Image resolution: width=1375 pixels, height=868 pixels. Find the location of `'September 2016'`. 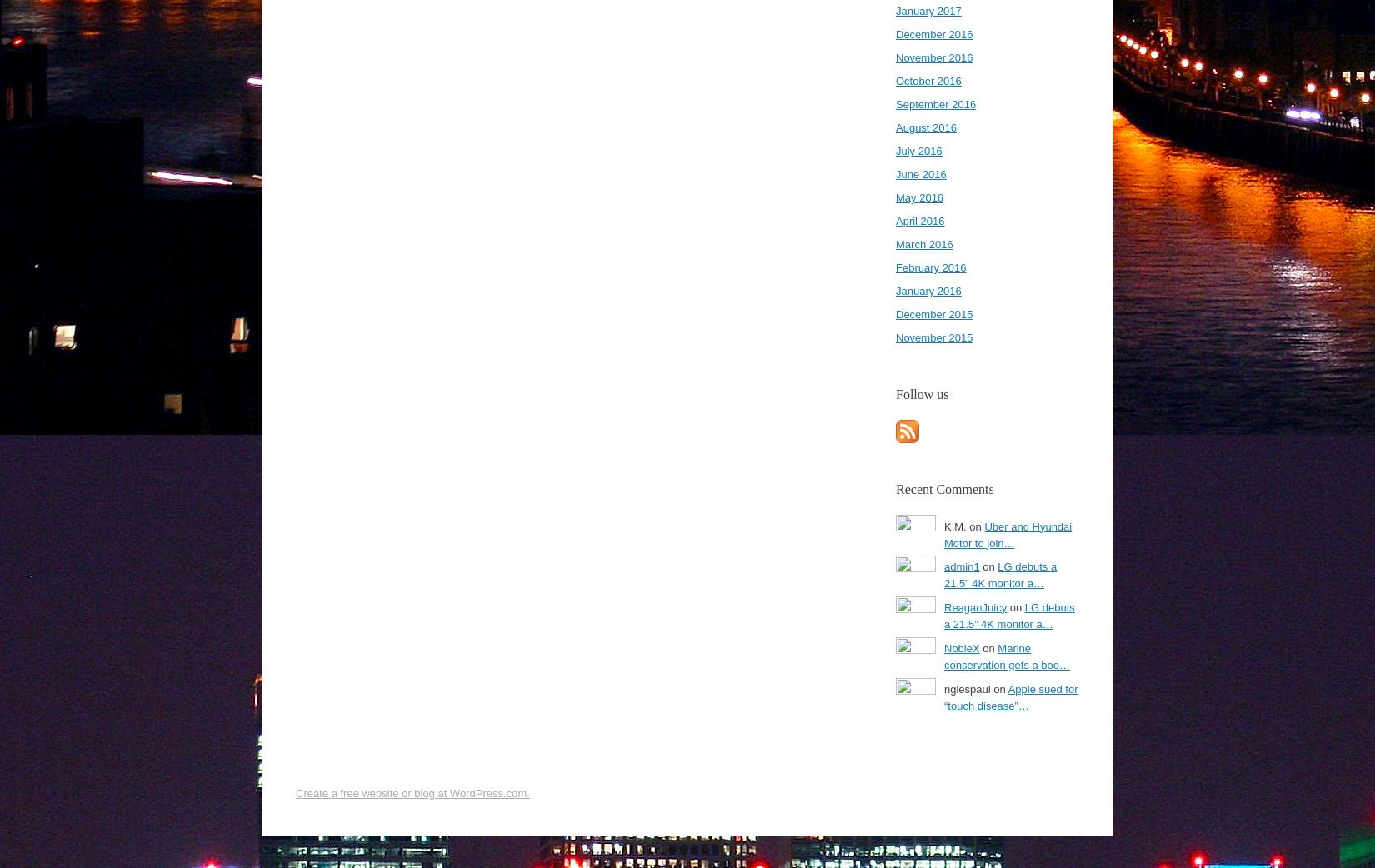

'September 2016' is located at coordinates (935, 104).